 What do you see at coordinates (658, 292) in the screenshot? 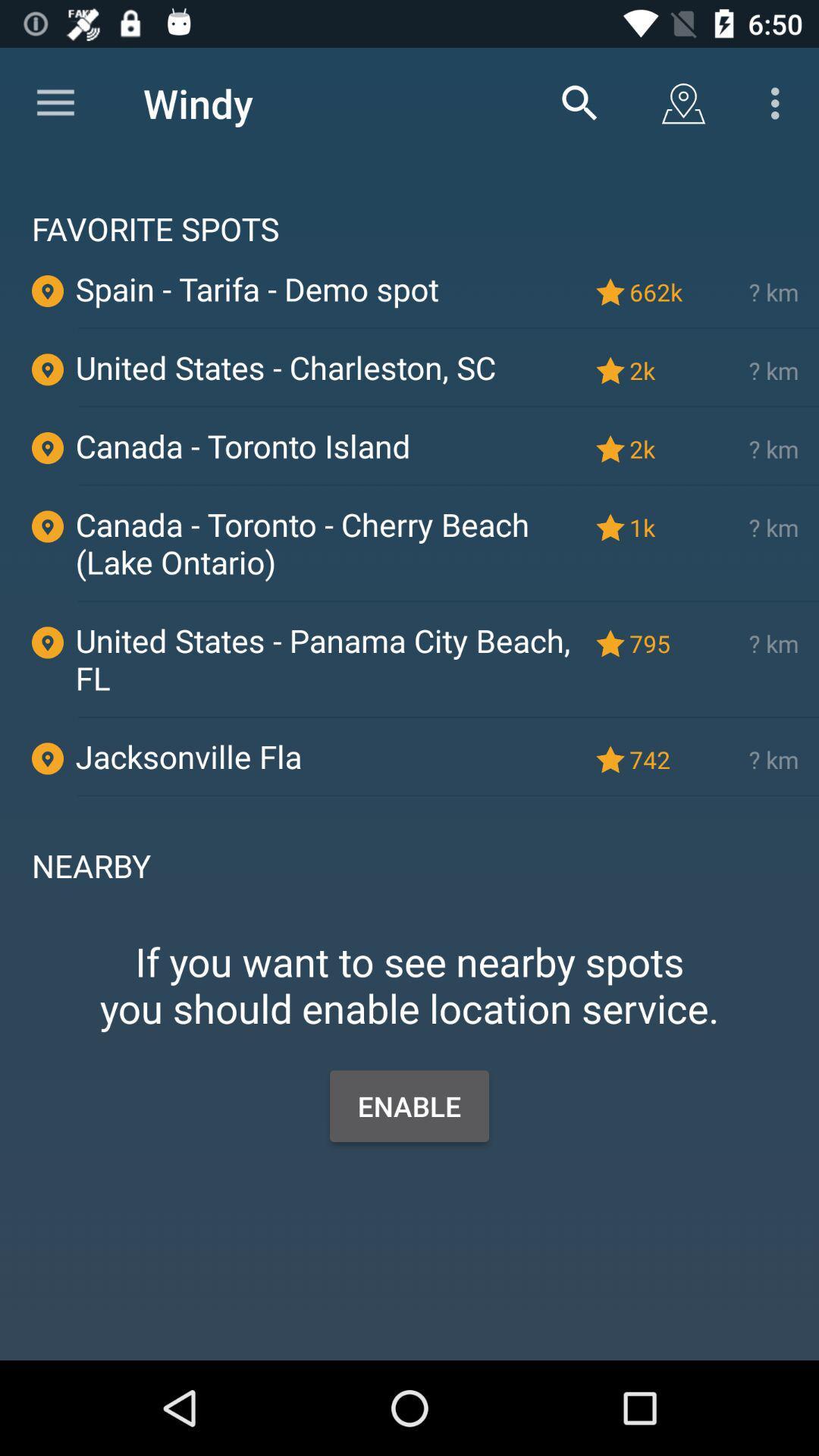
I see `662k item` at bounding box center [658, 292].